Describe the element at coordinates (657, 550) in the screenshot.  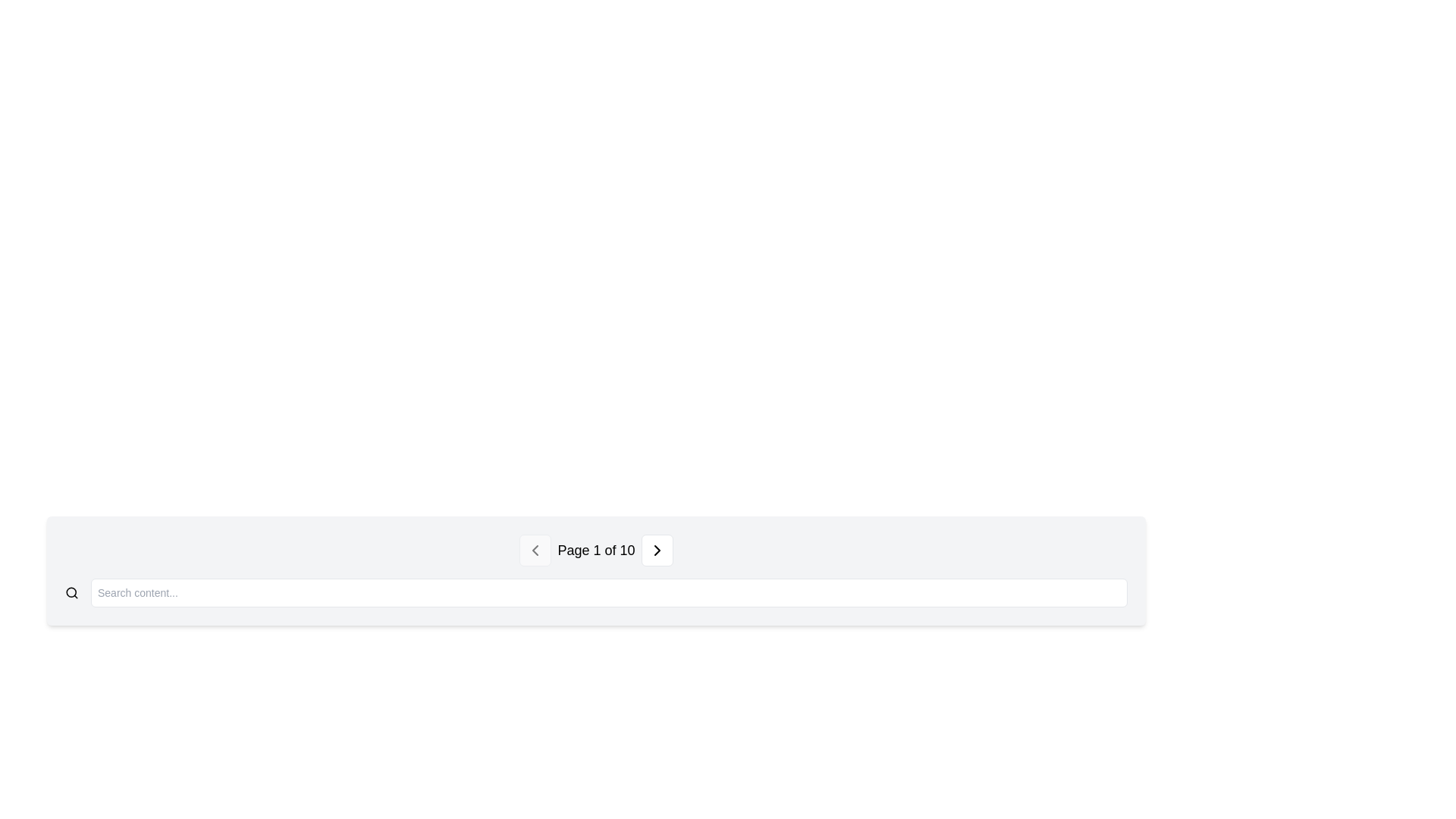
I see `the 'Next' button located to the right of 'Page 1 of 10' to advance to the next page in the pagination system` at that location.